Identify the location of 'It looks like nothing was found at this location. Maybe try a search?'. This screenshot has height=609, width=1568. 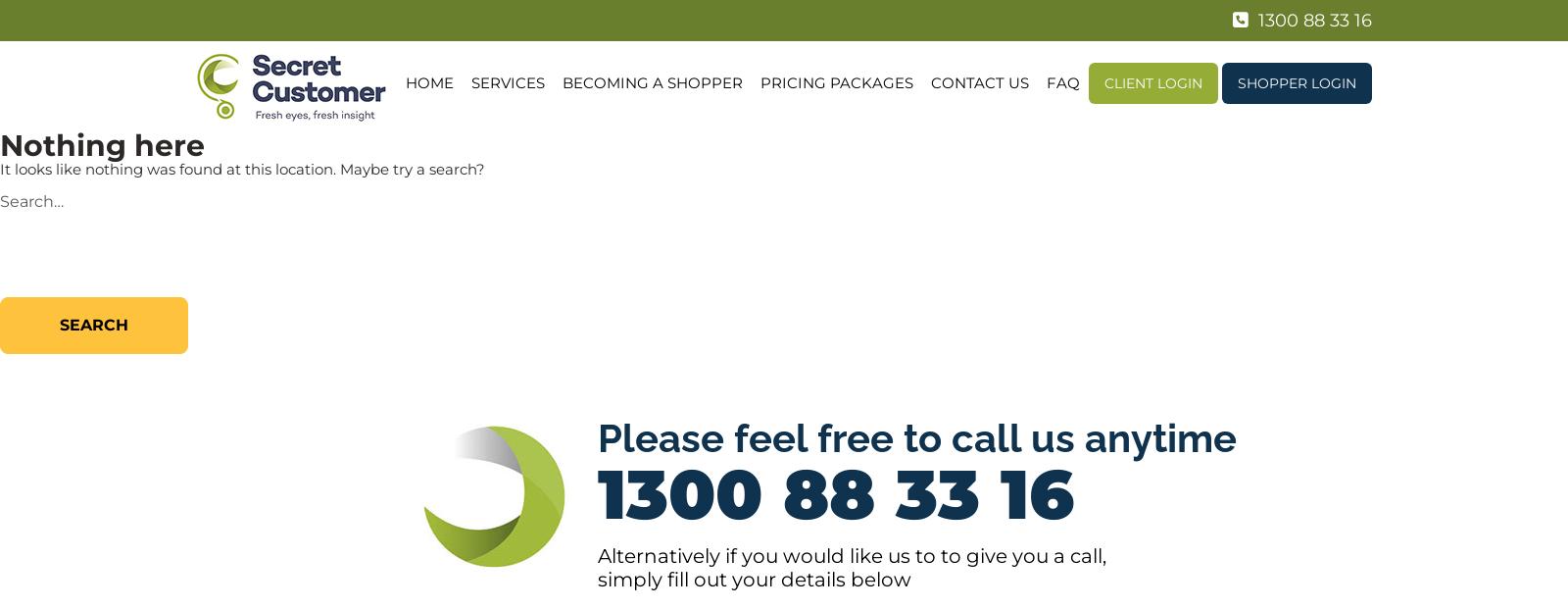
(242, 168).